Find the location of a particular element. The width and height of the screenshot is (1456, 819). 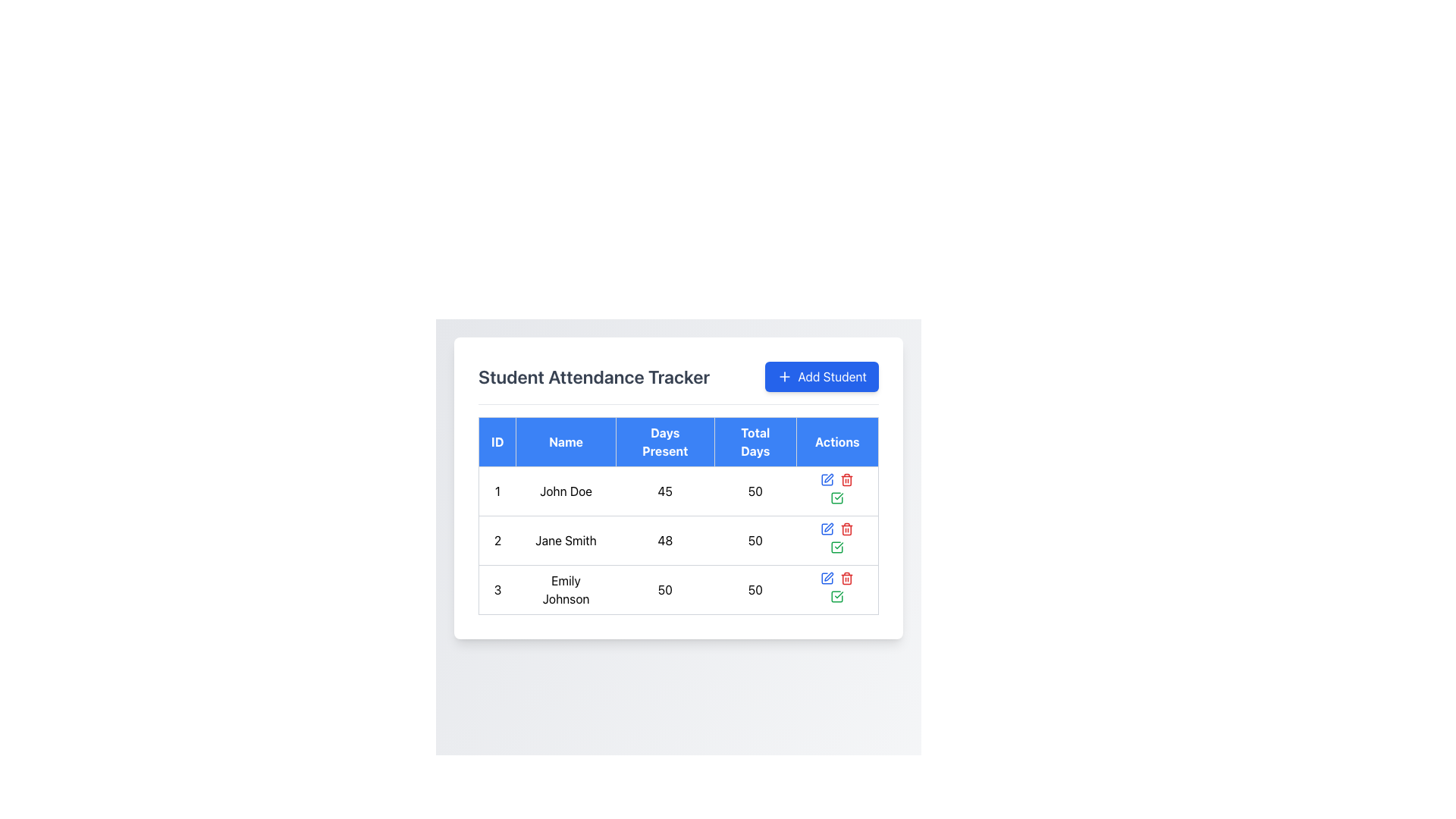

the confirmation icon in the 'Actions' column of the table row for 'Jane Smith' is located at coordinates (836, 547).